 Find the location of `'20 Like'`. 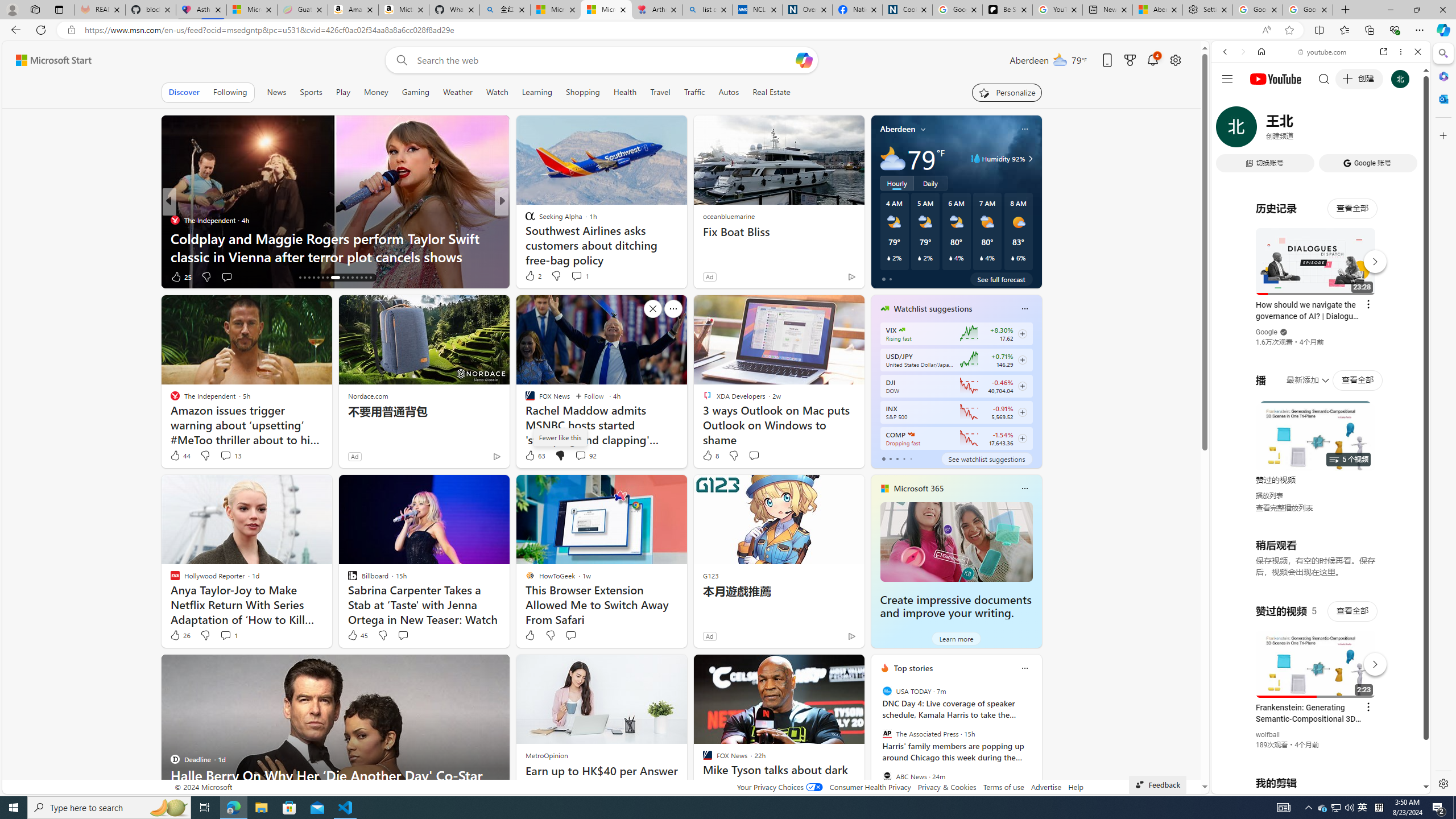

'20 Like' is located at coordinates (531, 276).